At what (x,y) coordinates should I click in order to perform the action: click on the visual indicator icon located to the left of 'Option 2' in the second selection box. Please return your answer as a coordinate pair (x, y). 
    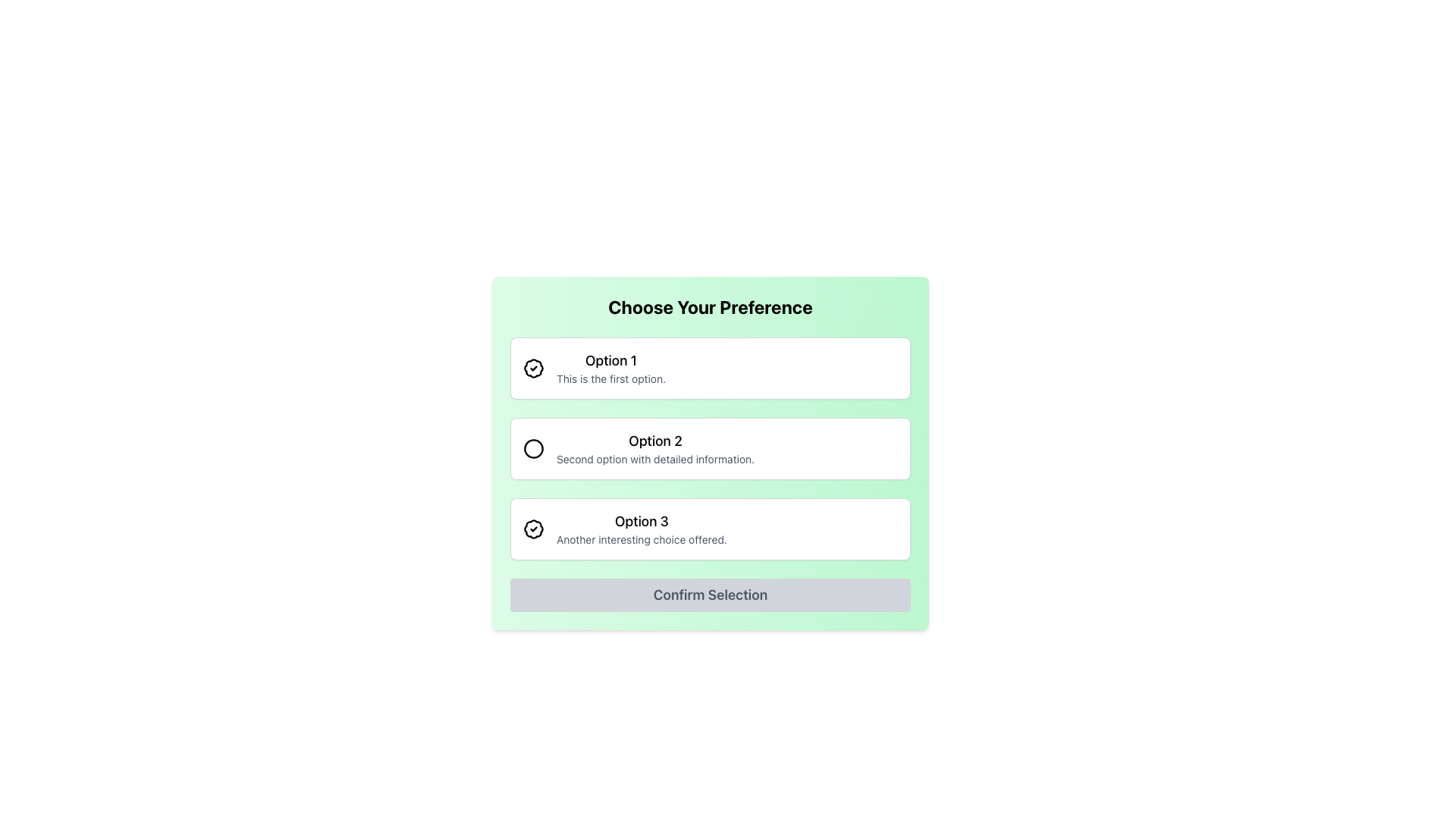
    Looking at the image, I should click on (534, 447).